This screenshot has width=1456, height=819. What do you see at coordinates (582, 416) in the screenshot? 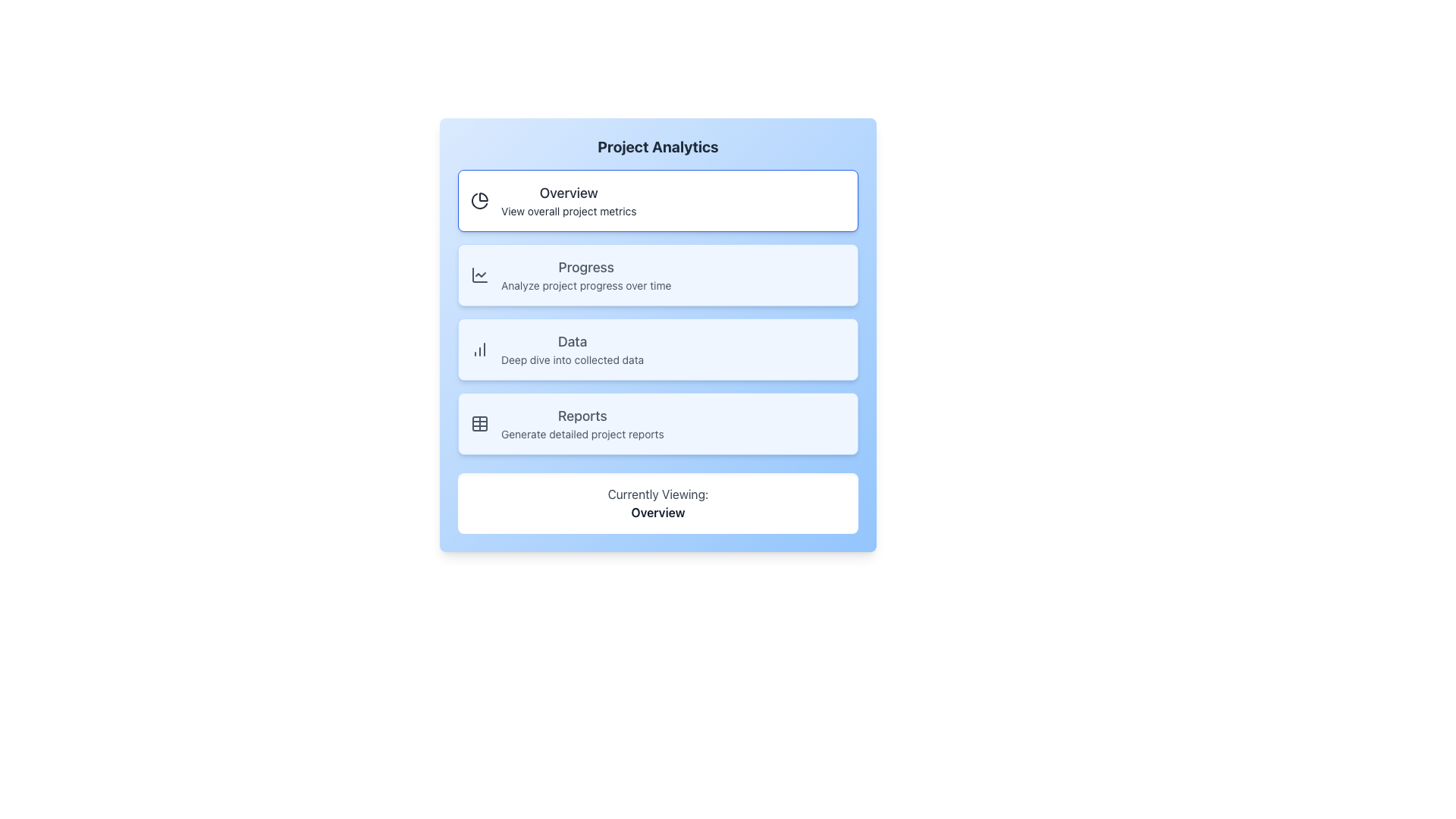
I see `the card associated with the 'Reports' option, which is a text label indicating the functionality related to generating detailed project reports, located below the 'Data' option in the menu` at bounding box center [582, 416].